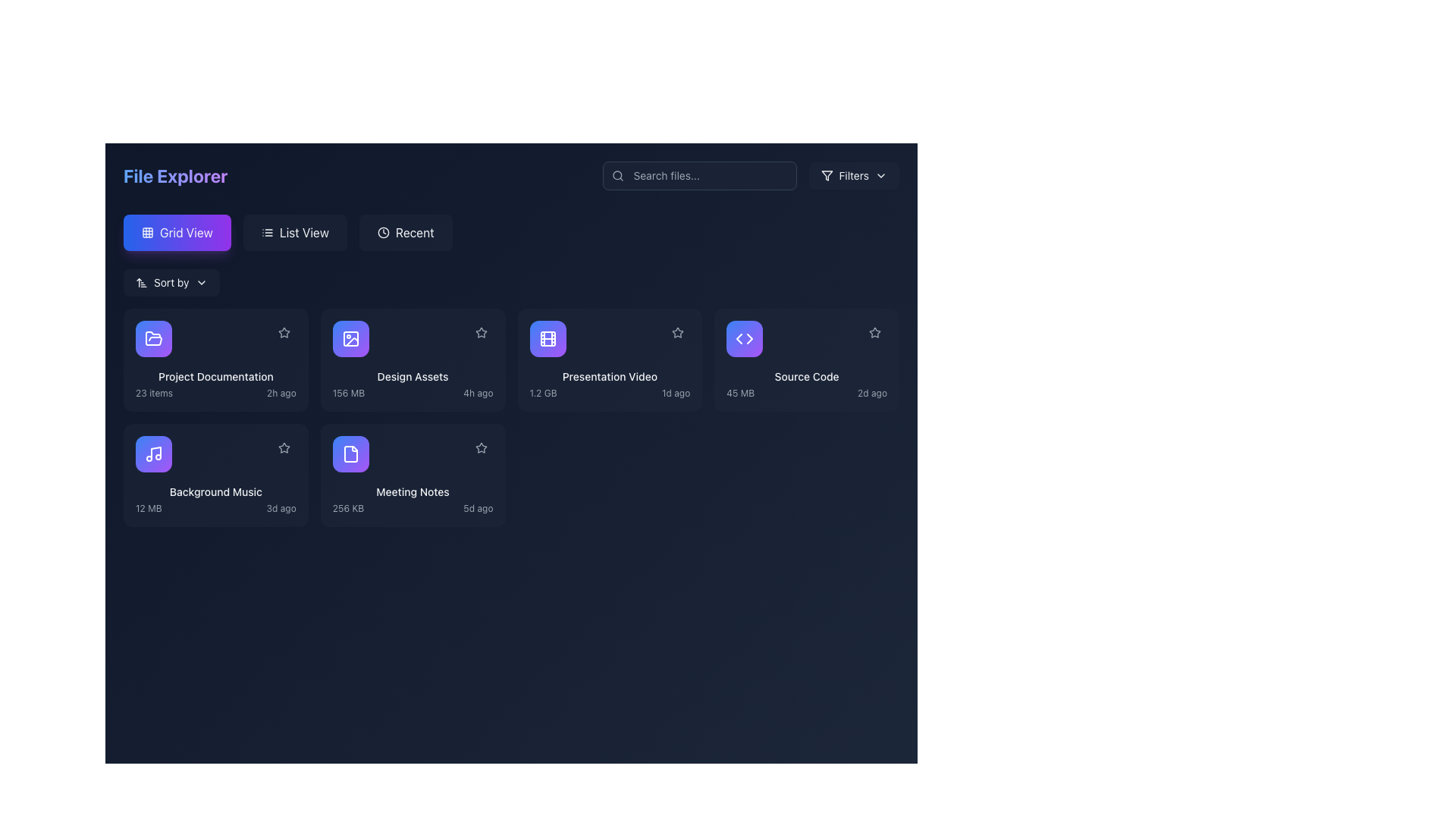  I want to click on the 'List View' button, so click(295, 233).